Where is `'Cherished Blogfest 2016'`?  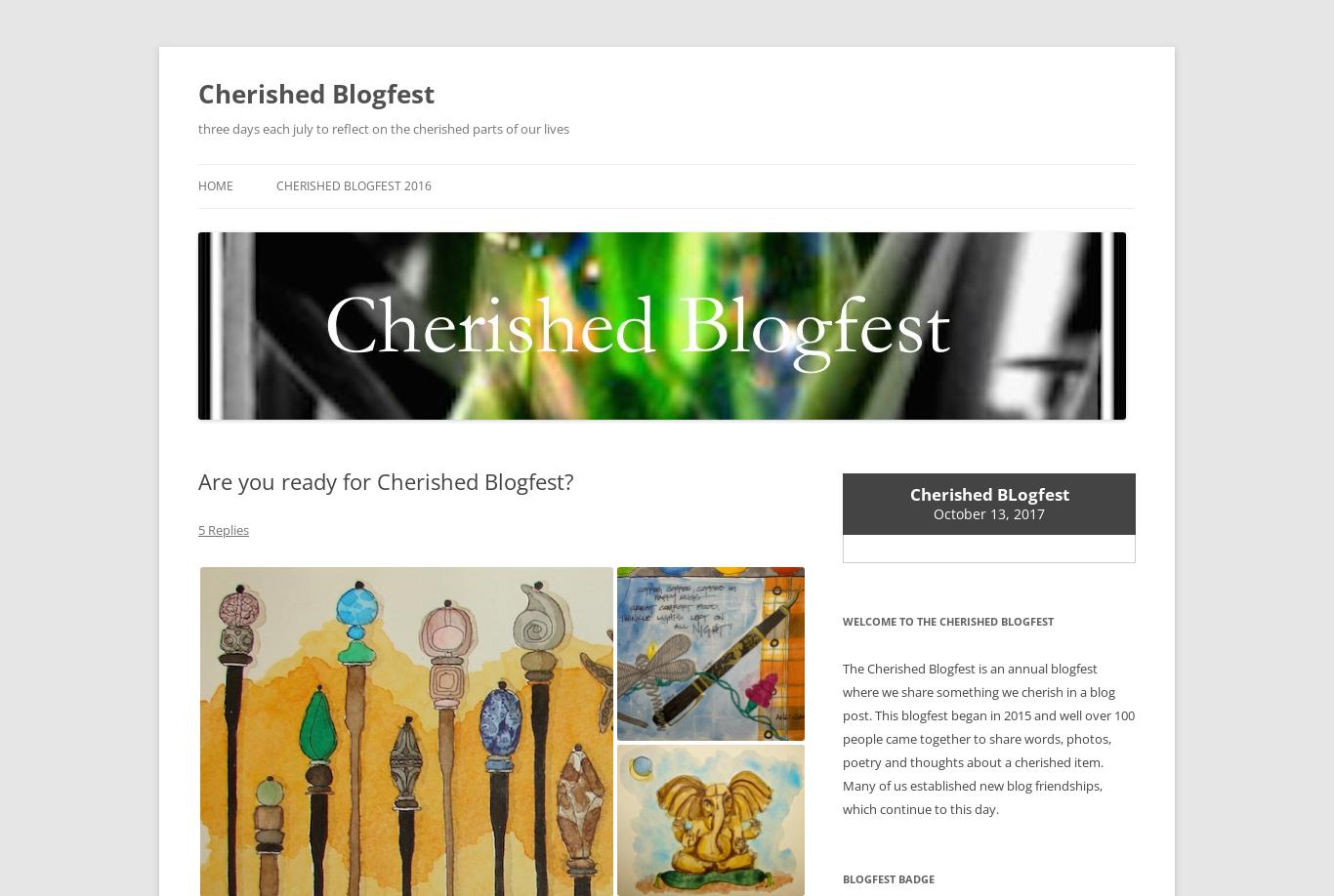 'Cherished Blogfest 2016' is located at coordinates (276, 185).